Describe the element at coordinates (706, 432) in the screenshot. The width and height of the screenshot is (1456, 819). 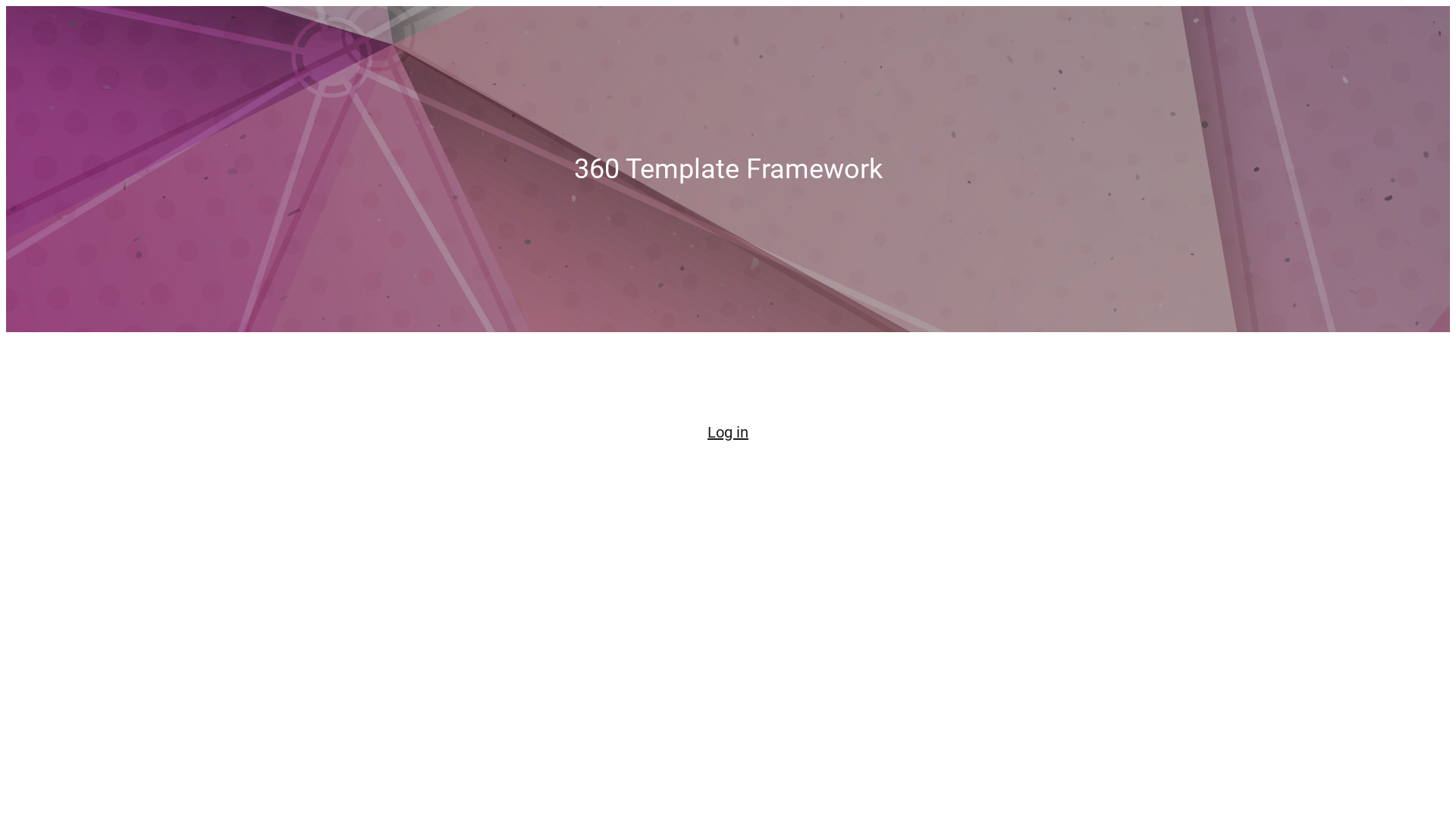
I see `'Log in'` at that location.